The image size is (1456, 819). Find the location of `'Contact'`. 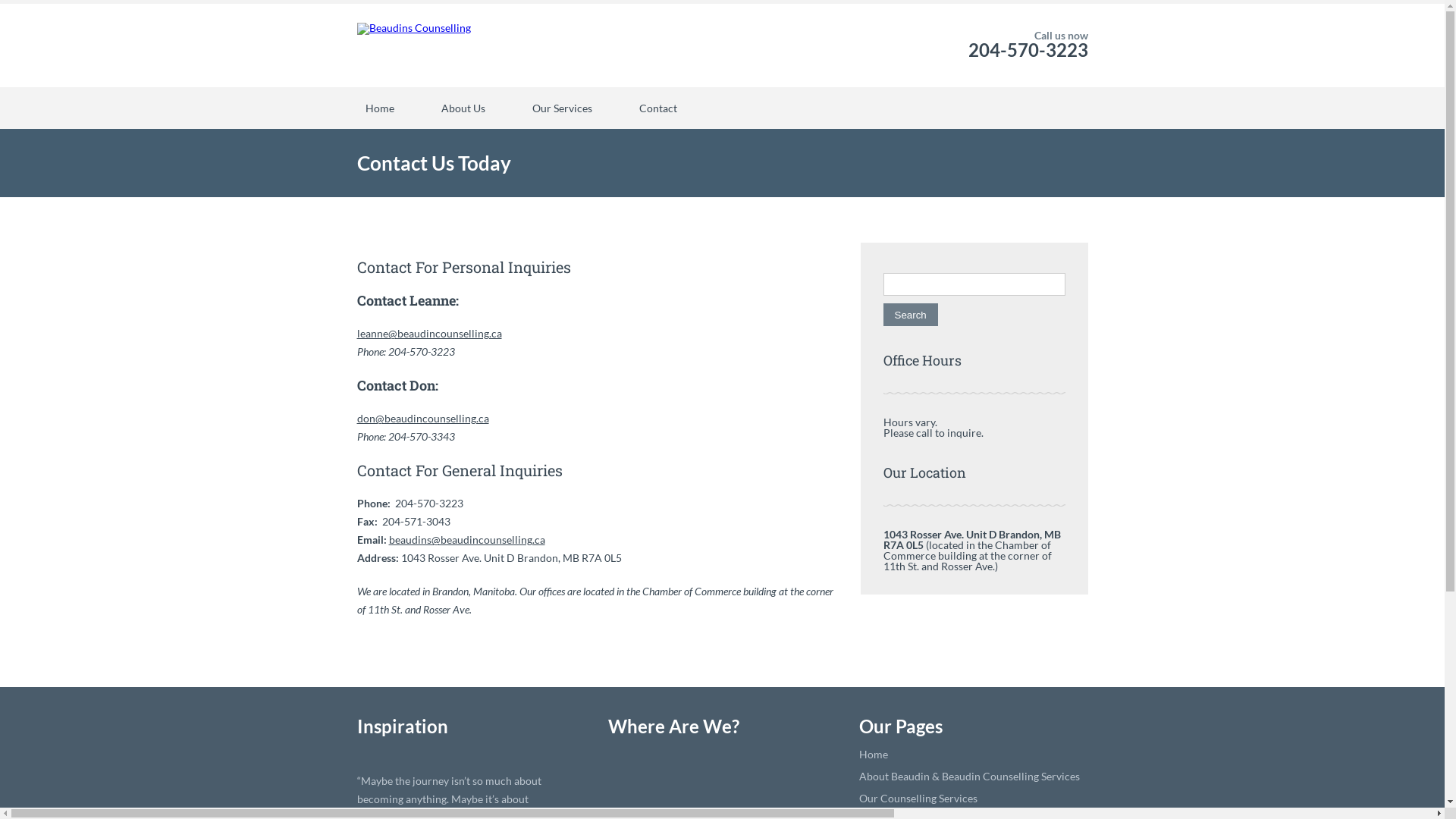

'Contact' is located at coordinates (658, 107).